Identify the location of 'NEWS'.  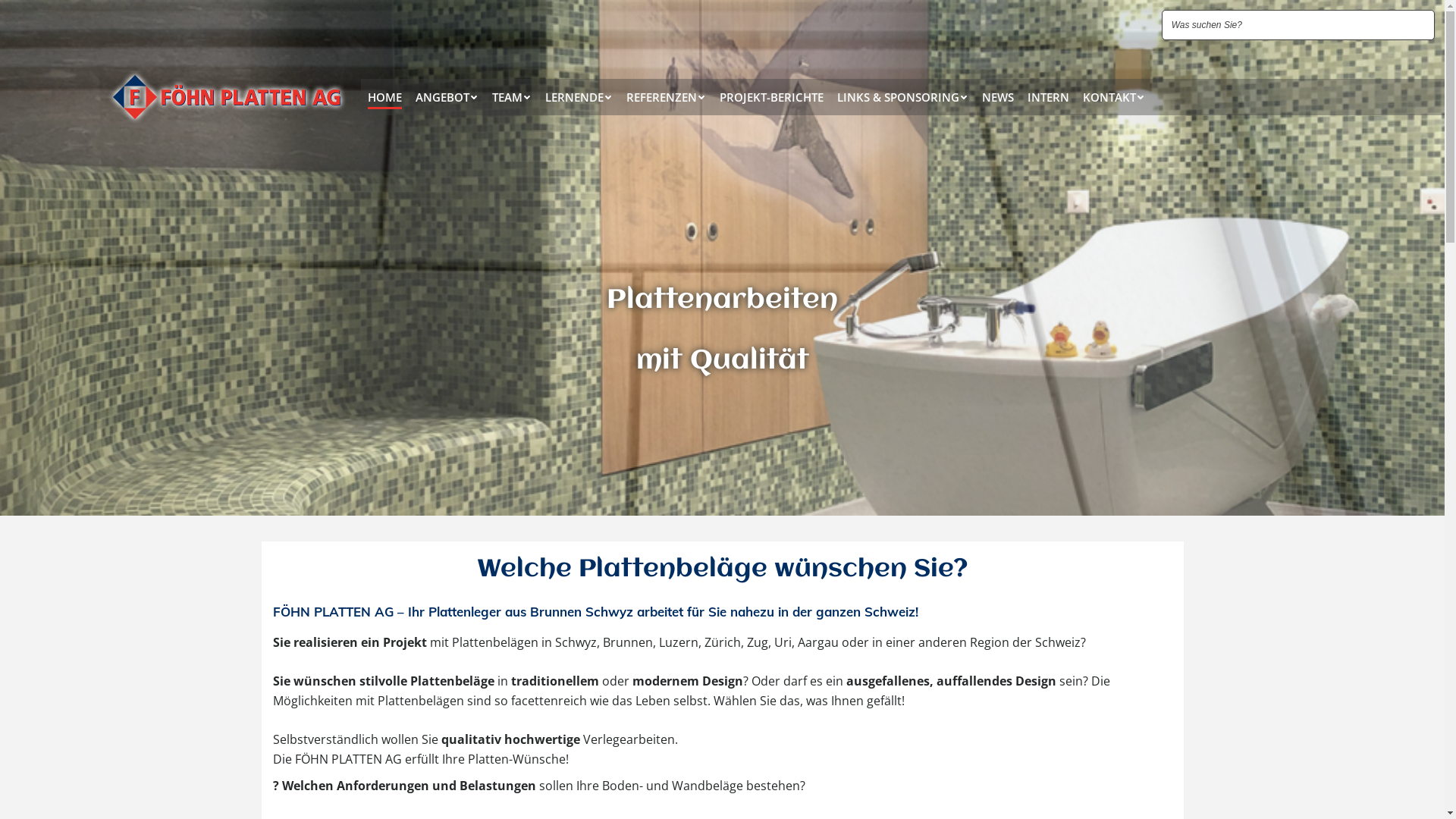
(997, 97).